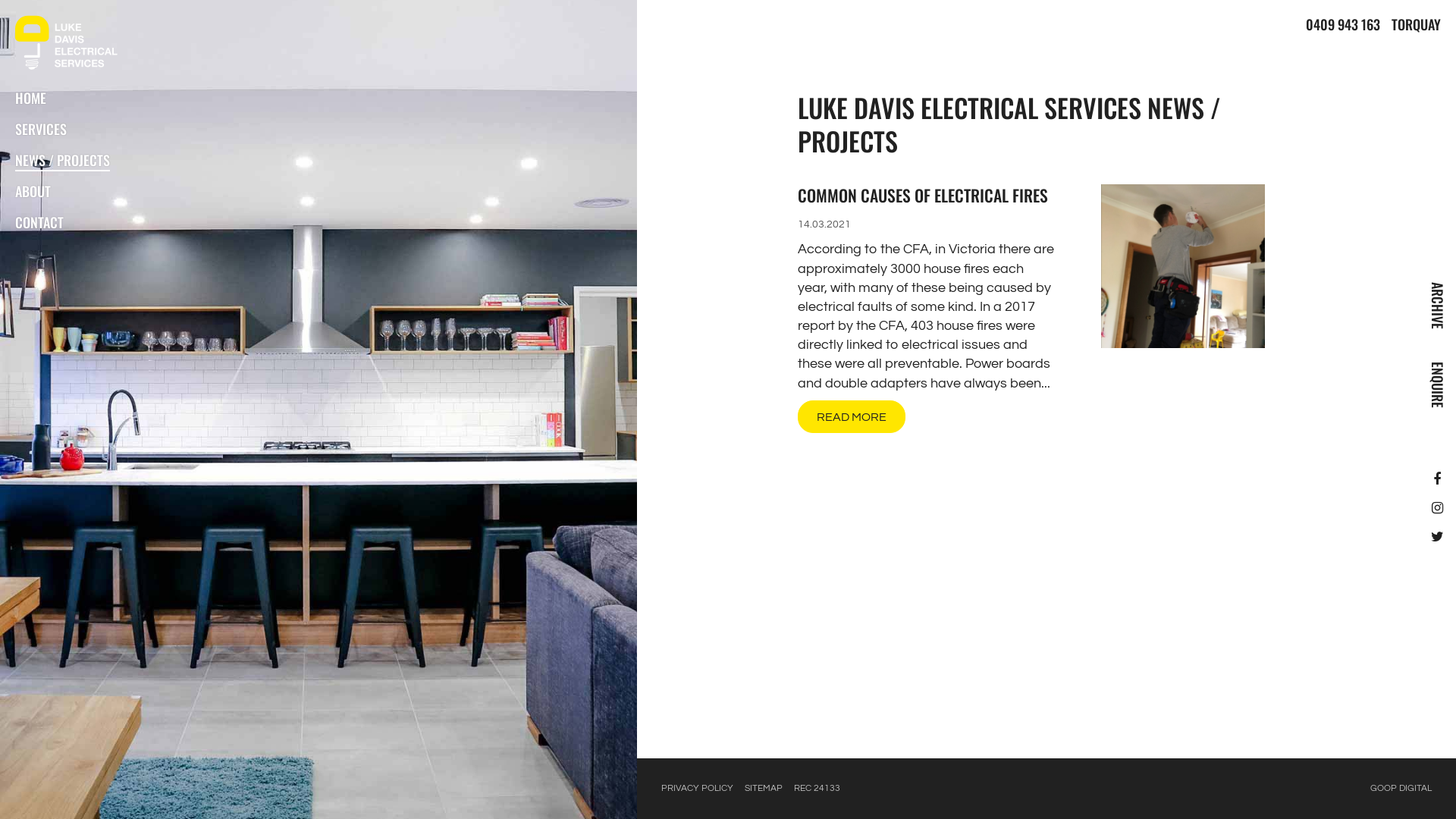 The height and width of the screenshot is (819, 1456). Describe the element at coordinates (696, 788) in the screenshot. I see `'PRIVACY POLICY'` at that location.